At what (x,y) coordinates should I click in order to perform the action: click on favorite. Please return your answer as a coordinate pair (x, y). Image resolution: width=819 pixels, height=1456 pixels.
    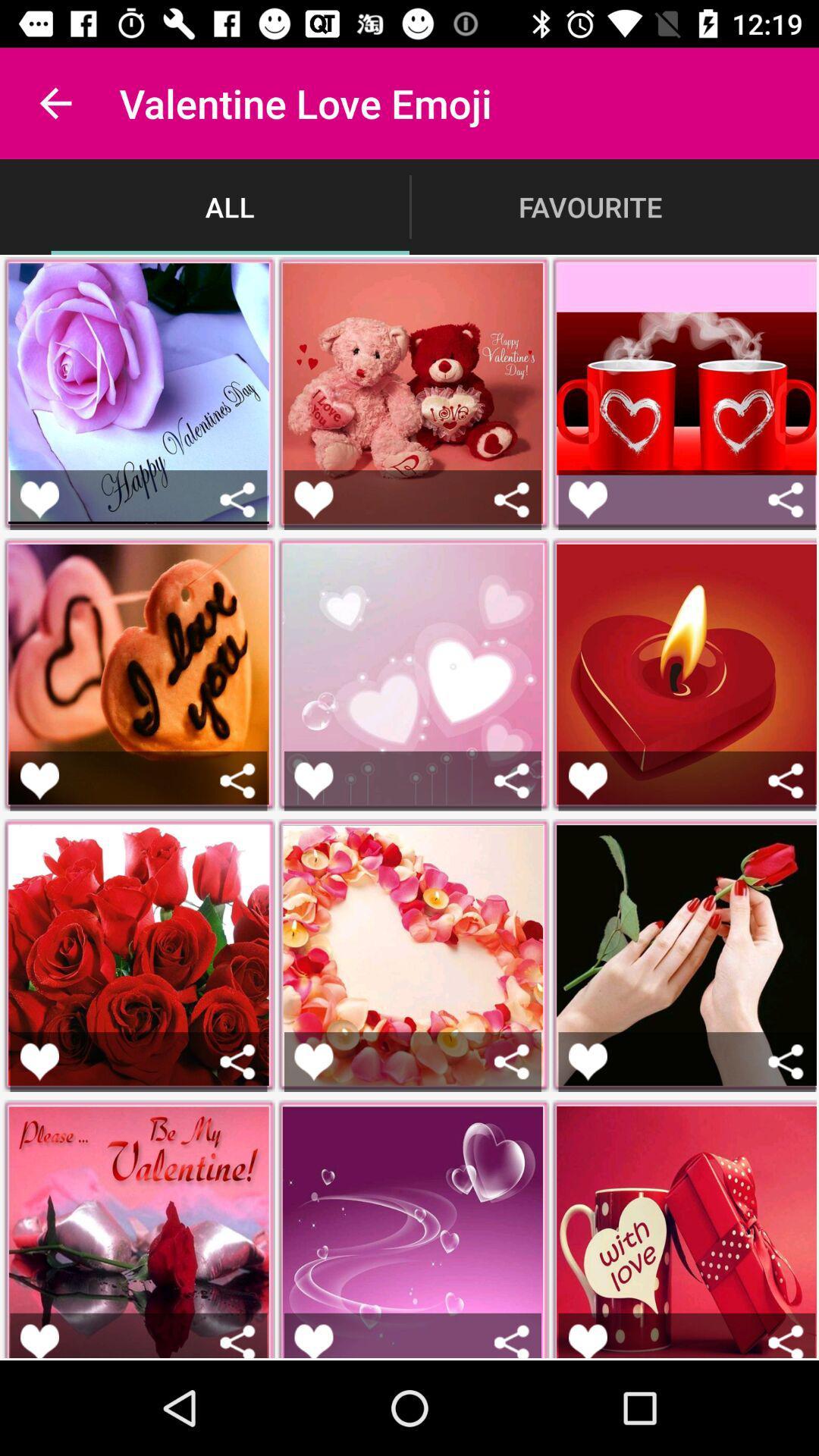
    Looking at the image, I should click on (587, 1061).